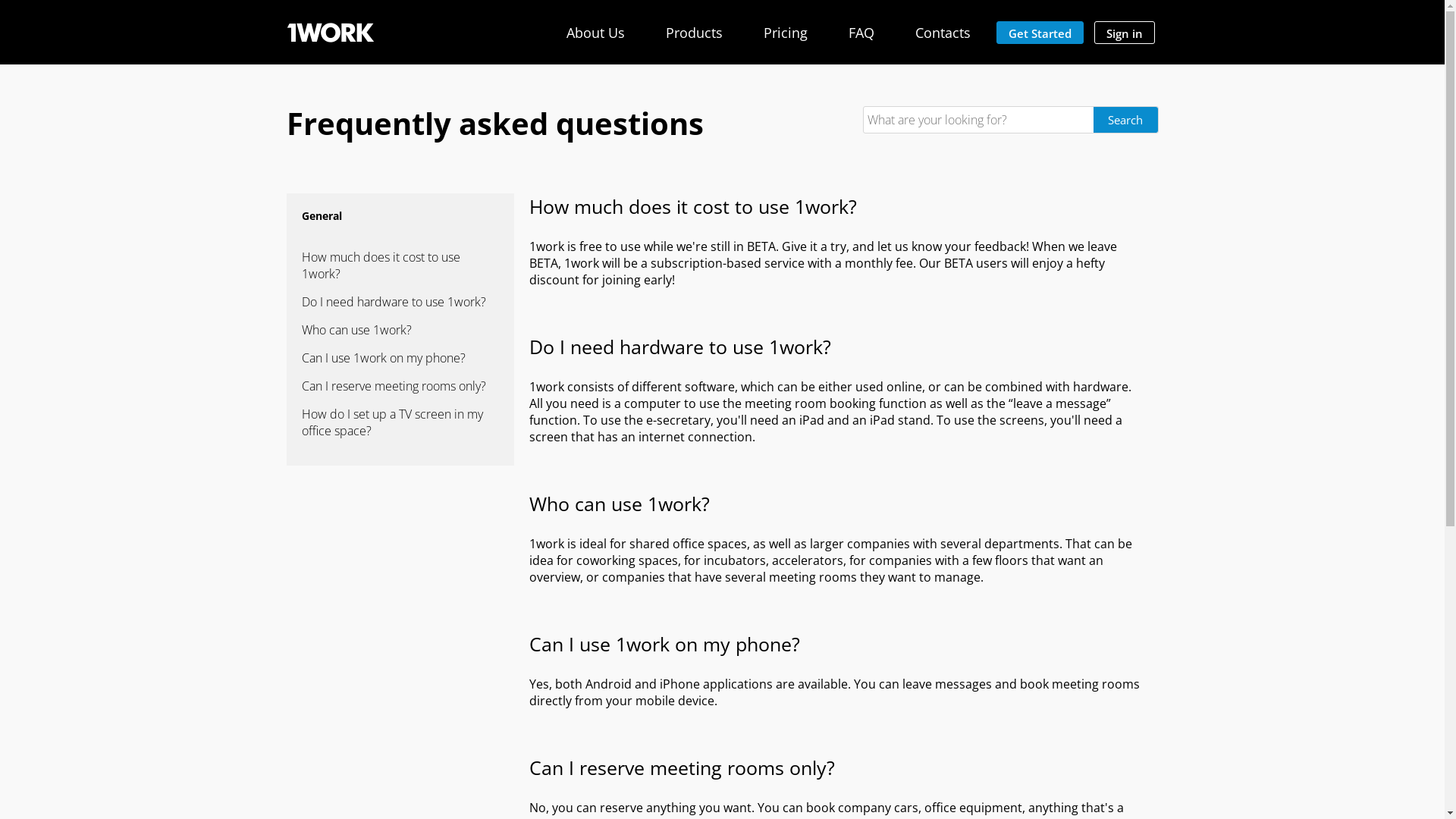 The width and height of the screenshot is (1456, 819). Describe the element at coordinates (693, 32) in the screenshot. I see `'Products'` at that location.